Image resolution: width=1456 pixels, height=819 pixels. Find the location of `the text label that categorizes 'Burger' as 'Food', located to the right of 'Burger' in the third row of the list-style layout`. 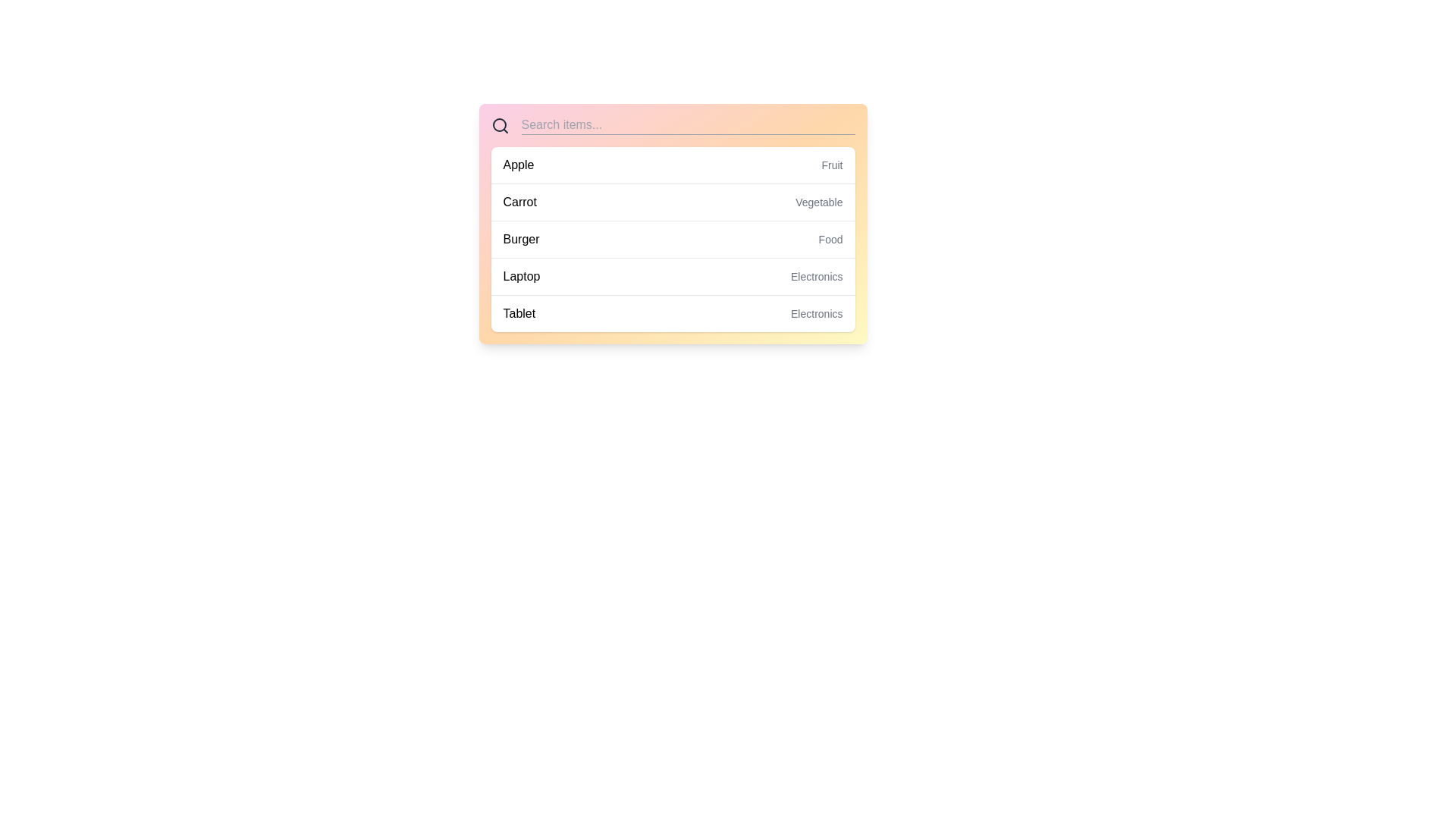

the text label that categorizes 'Burger' as 'Food', located to the right of 'Burger' in the third row of the list-style layout is located at coordinates (830, 239).